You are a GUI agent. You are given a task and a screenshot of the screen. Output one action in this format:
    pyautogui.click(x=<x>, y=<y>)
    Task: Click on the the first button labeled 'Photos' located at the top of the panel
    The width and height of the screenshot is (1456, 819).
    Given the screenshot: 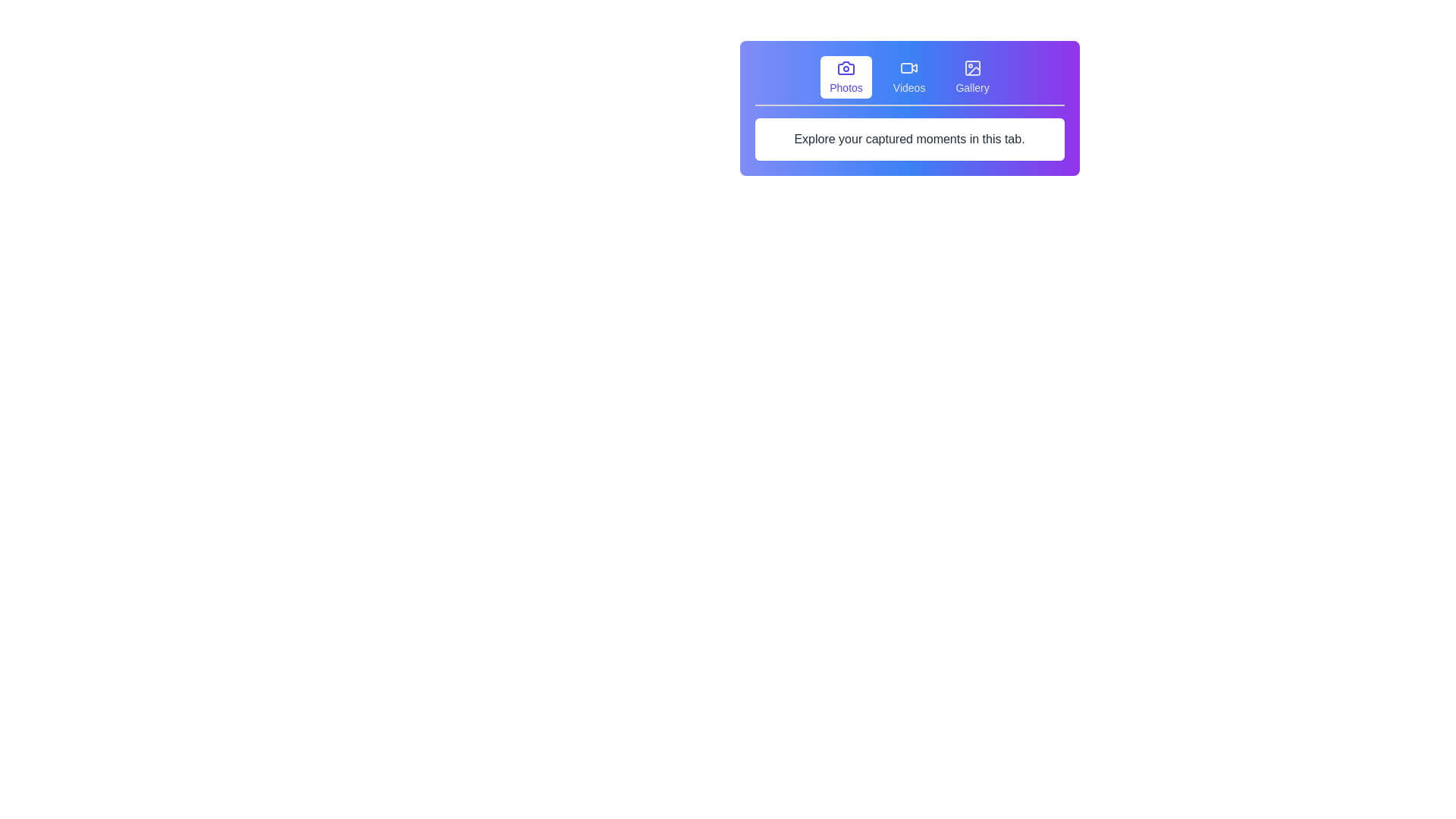 What is the action you would take?
    pyautogui.click(x=846, y=77)
    